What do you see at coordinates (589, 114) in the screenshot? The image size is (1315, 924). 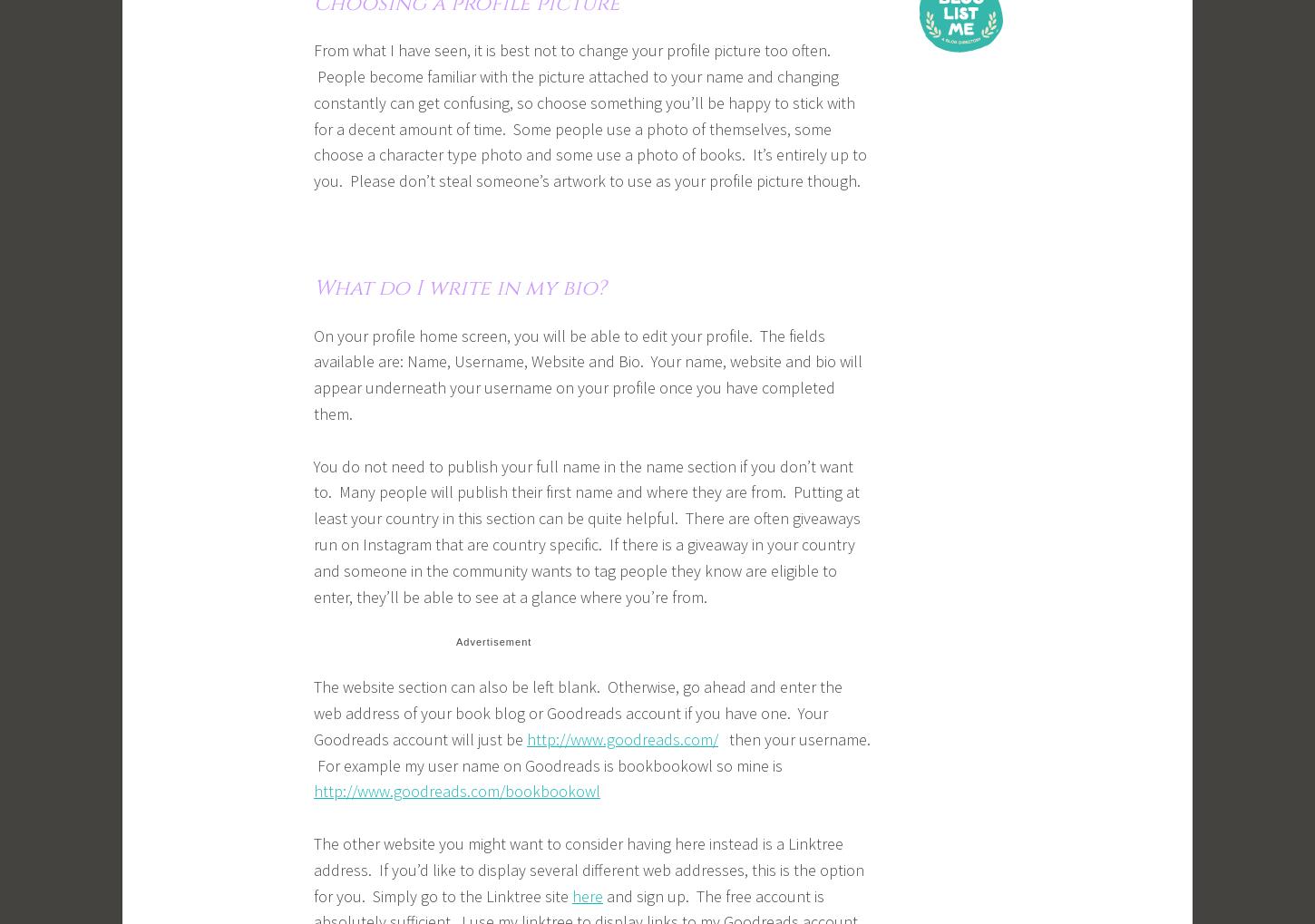 I see `'From what I have seen, it is best not to change your profile picture too often.  People become familiar with the picture attached to your name and changing constantly can get confusing, so choose something you’ll be happy to stick with for a decent amount of time.  Some people use a photo of themselves, some choose a character type photo and some use a photo of books.  It’s entirely up to you.  Please don’t steal someone’s artwork to use as your profile picture though.'` at bounding box center [589, 114].